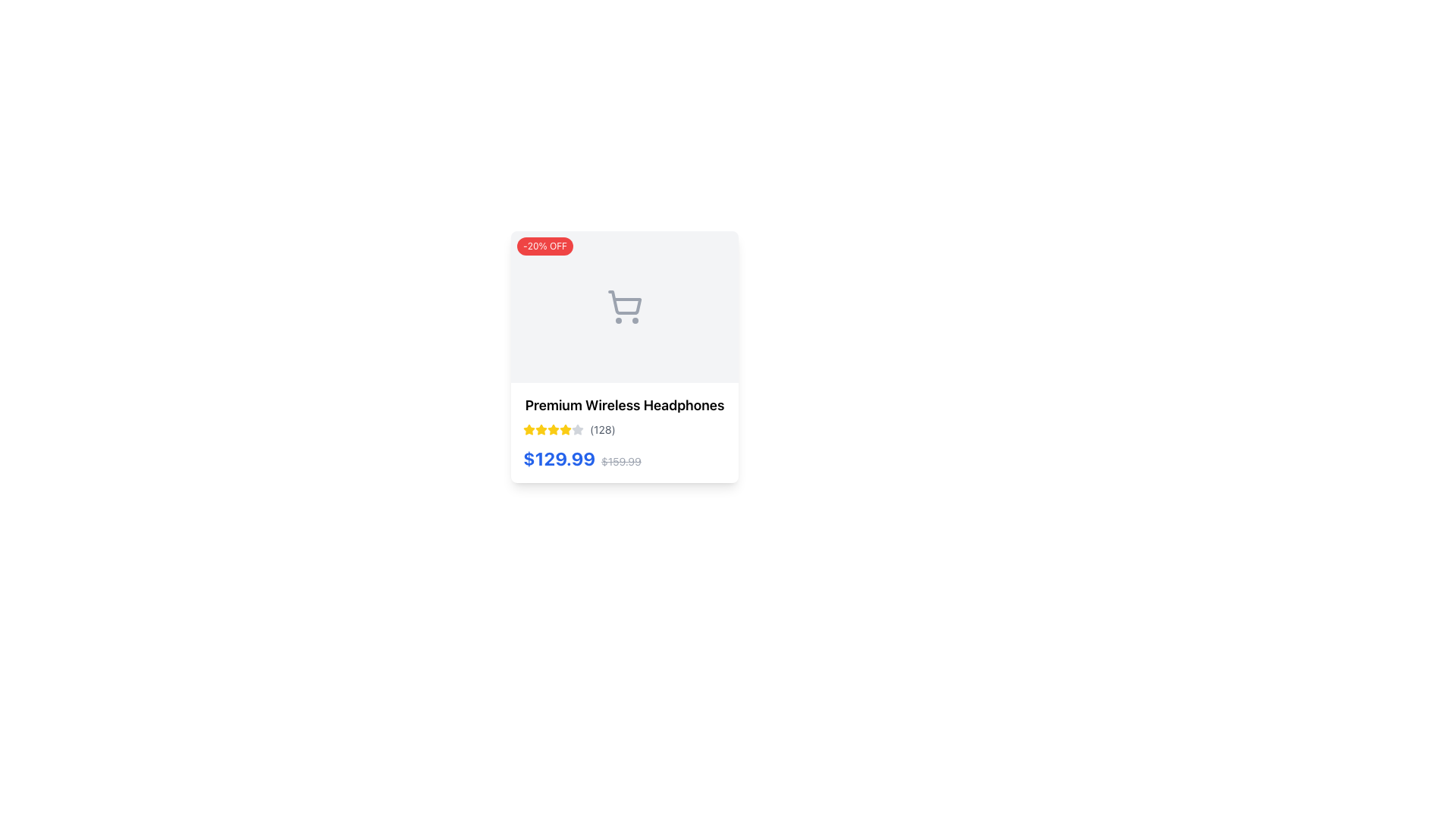  I want to click on the third star icon in the rating section of the 'Premium Wireless Headphones' product to interact with the rating system, so click(552, 429).